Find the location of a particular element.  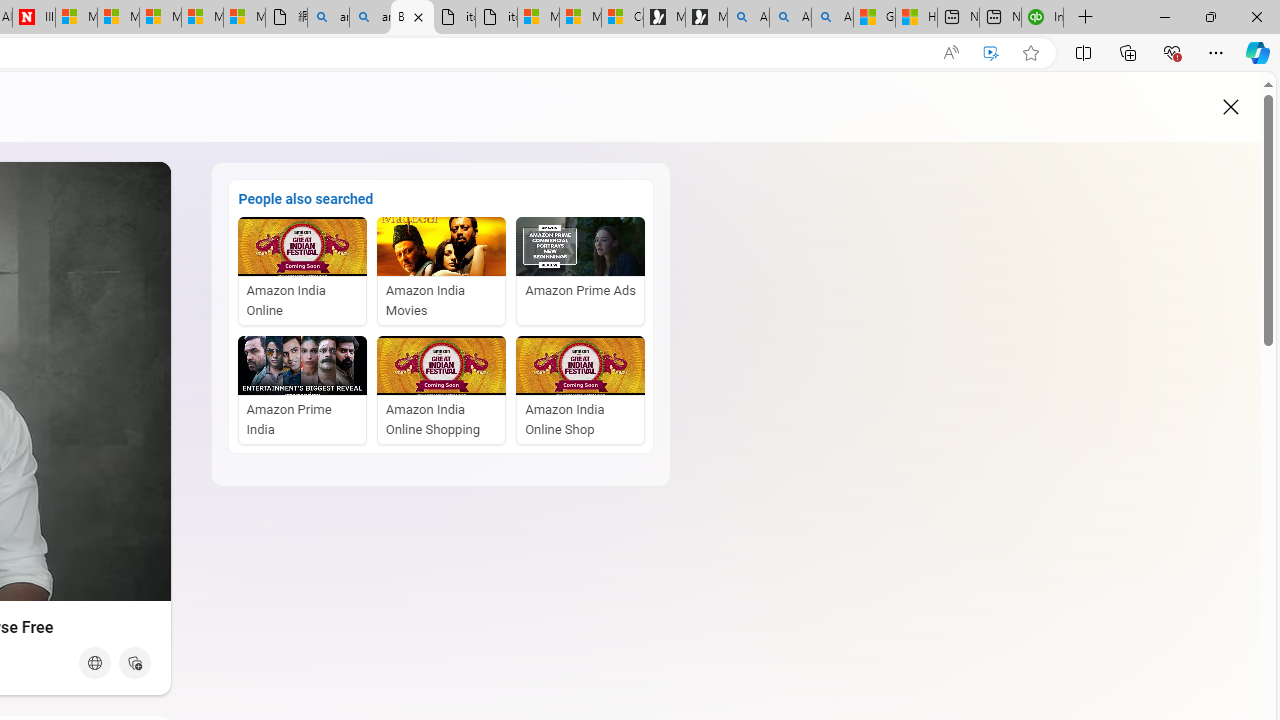

'Alabama high school quarterback dies - Search' is located at coordinates (747, 17).